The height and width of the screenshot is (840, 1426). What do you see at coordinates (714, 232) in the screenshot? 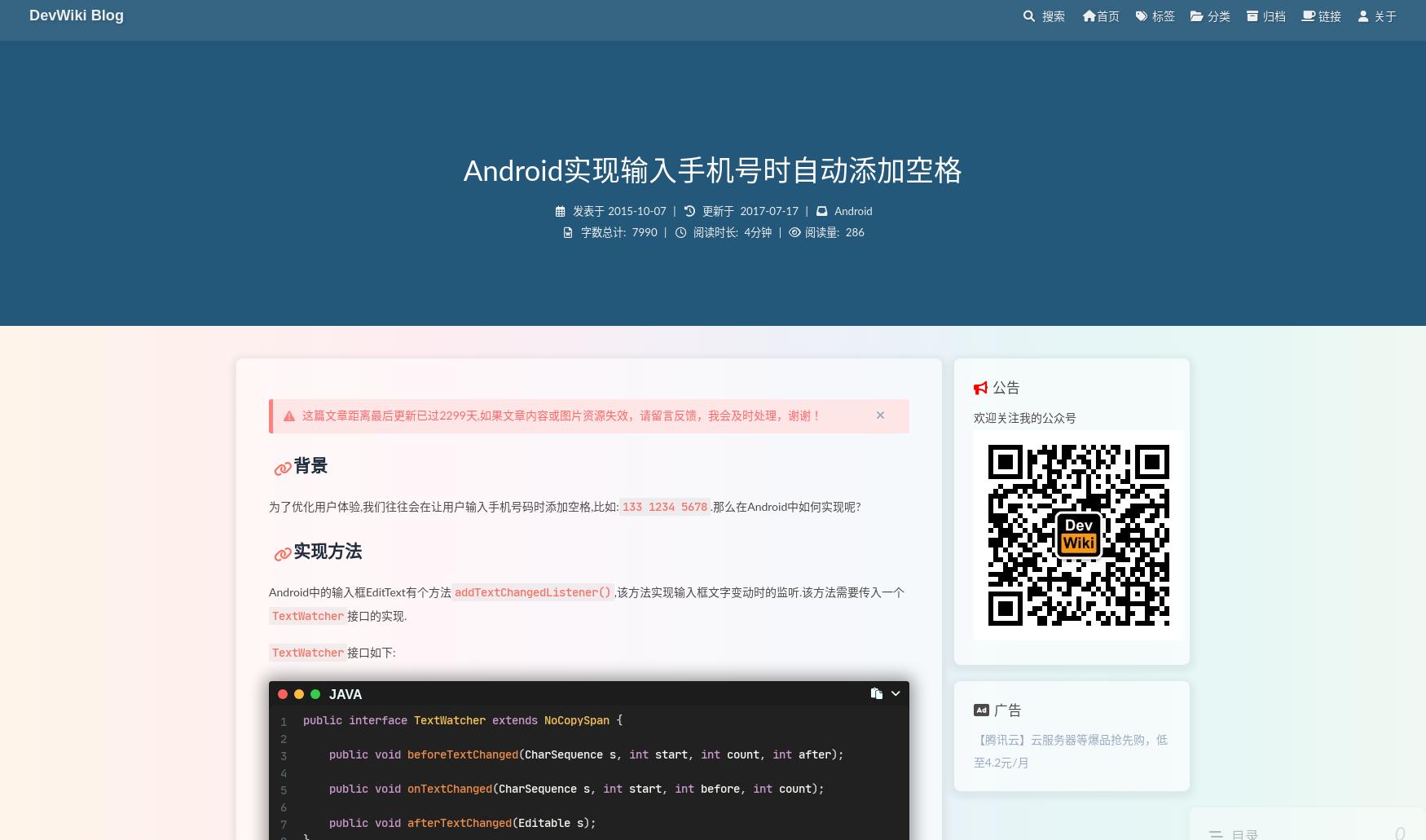
I see `'阅读时长:'` at bounding box center [714, 232].